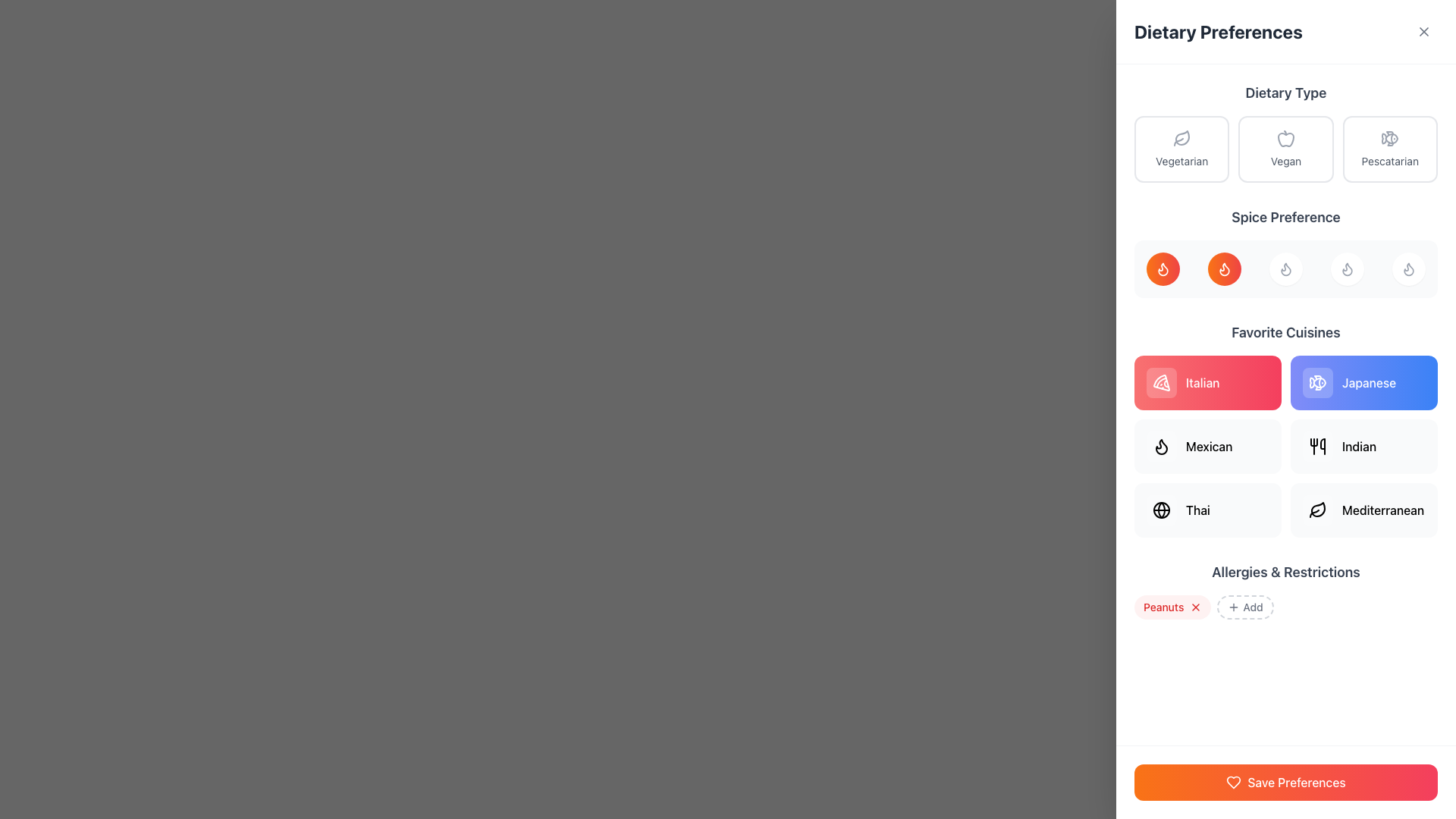  What do you see at coordinates (1201, 382) in the screenshot?
I see `the 'Italian' button in the 'Favorite Cuisines' section` at bounding box center [1201, 382].